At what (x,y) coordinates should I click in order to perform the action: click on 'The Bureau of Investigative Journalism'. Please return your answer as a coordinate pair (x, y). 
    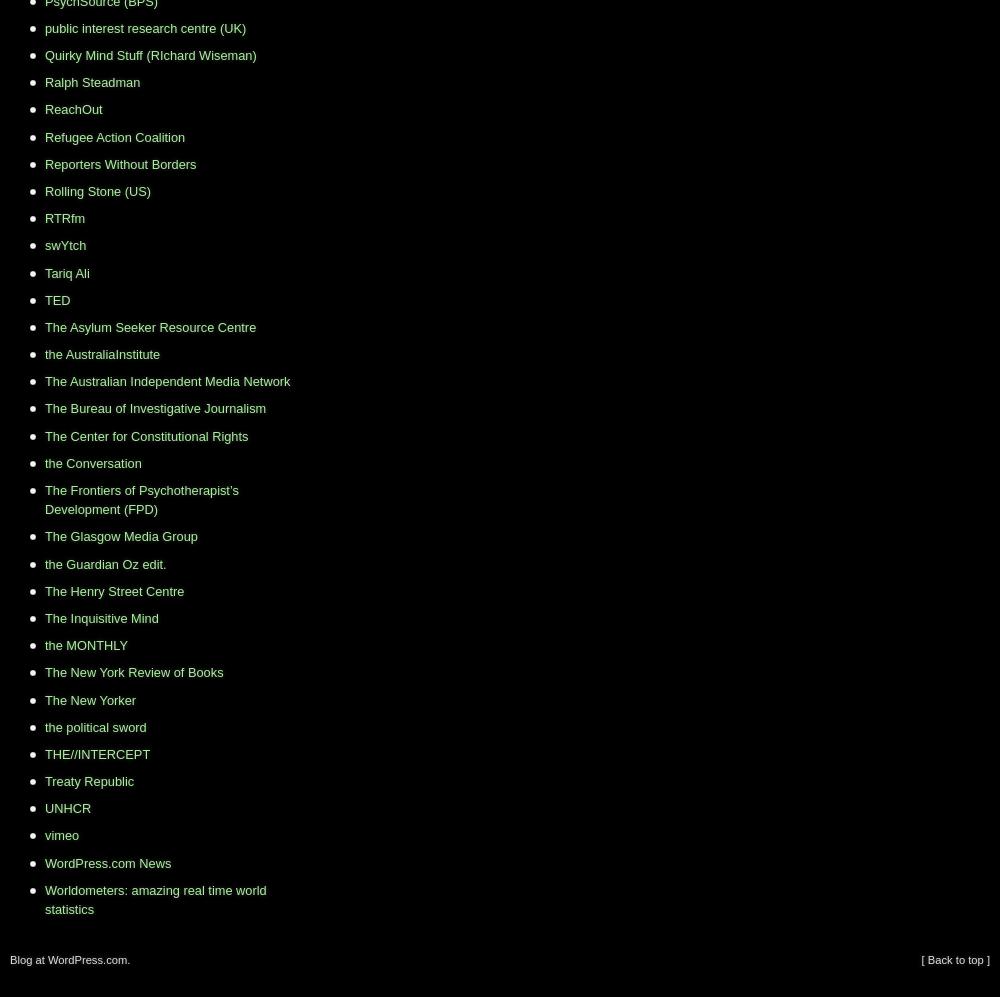
    Looking at the image, I should click on (155, 408).